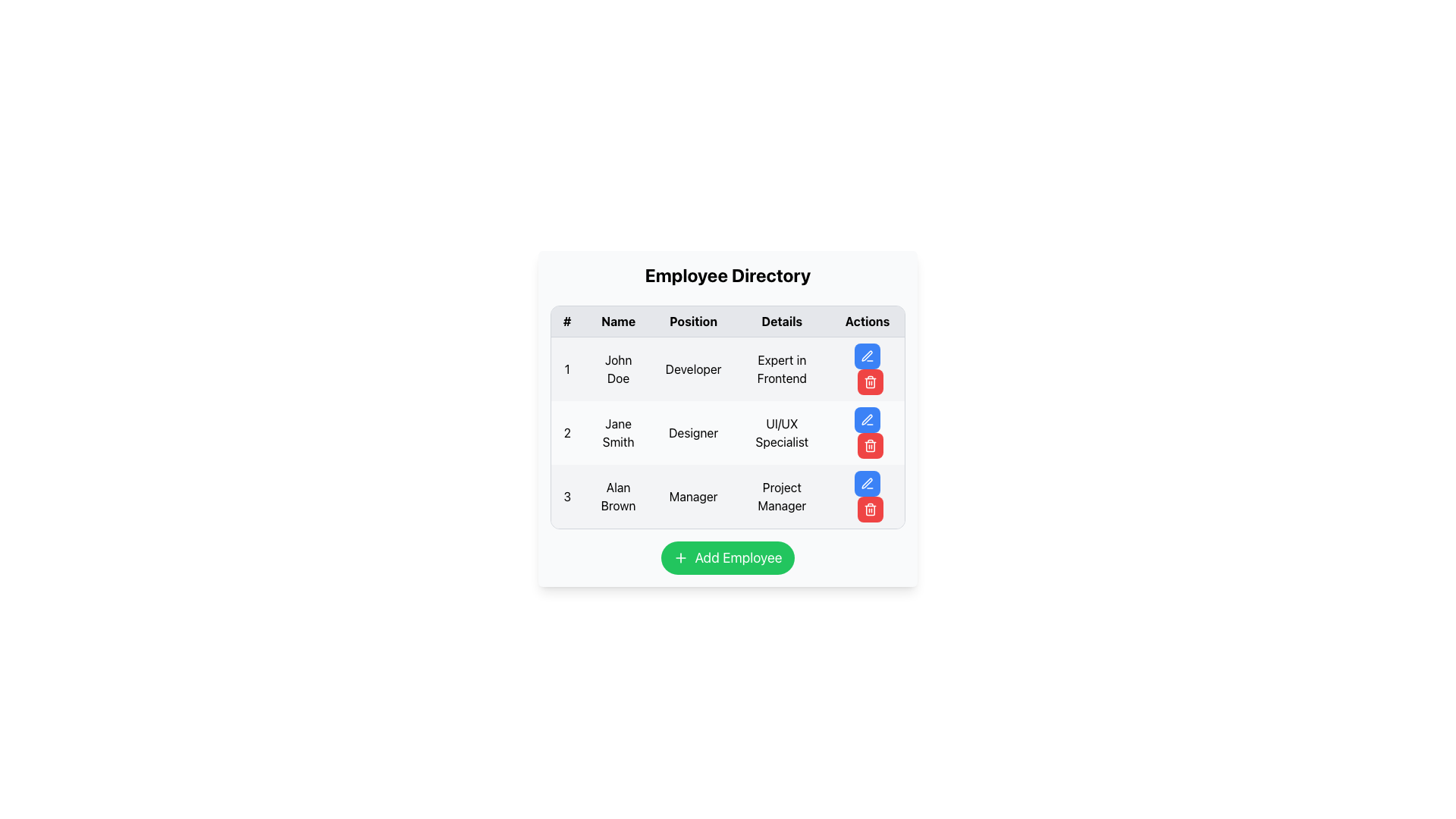  I want to click on the trash icon button in the 'Actions' column of the second row in the 'Employee Directory' table, so click(871, 444).